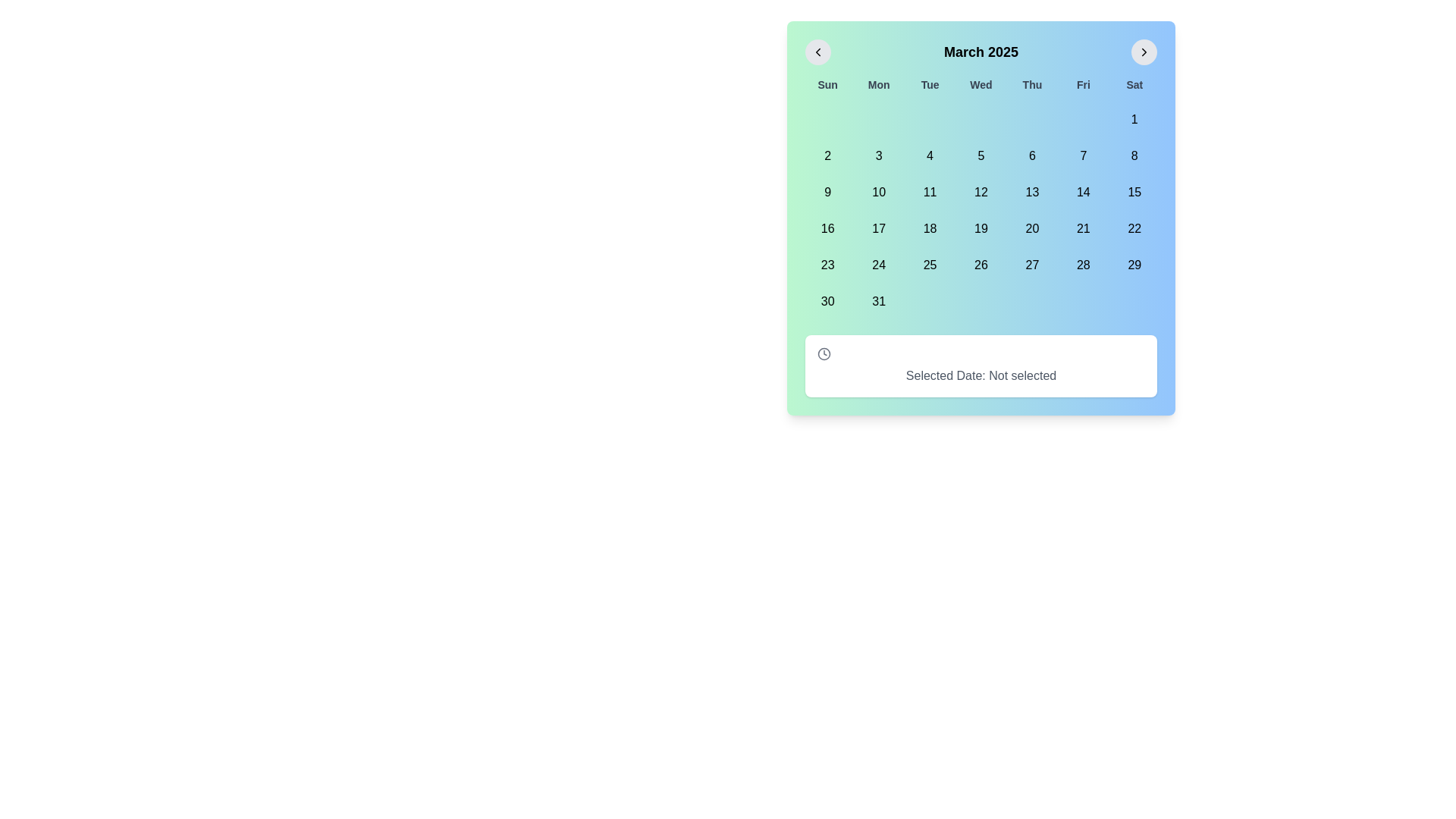 This screenshot has width=1456, height=819. Describe the element at coordinates (879, 155) in the screenshot. I see `the button representing the date 3` at that location.